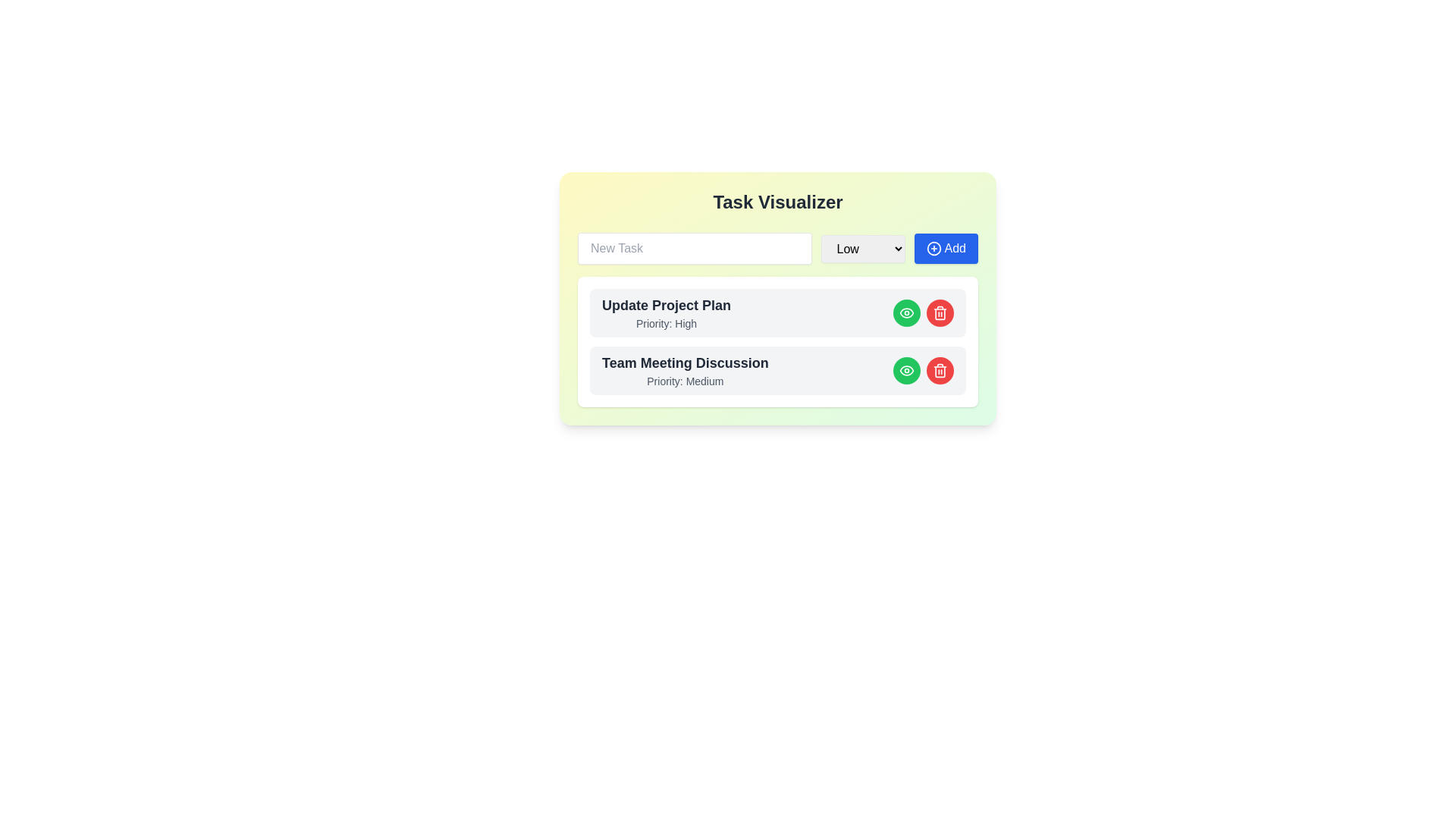  What do you see at coordinates (939, 312) in the screenshot?
I see `the body of the trash icon which symbolizes the delete action, if it is navigationally selectable` at bounding box center [939, 312].